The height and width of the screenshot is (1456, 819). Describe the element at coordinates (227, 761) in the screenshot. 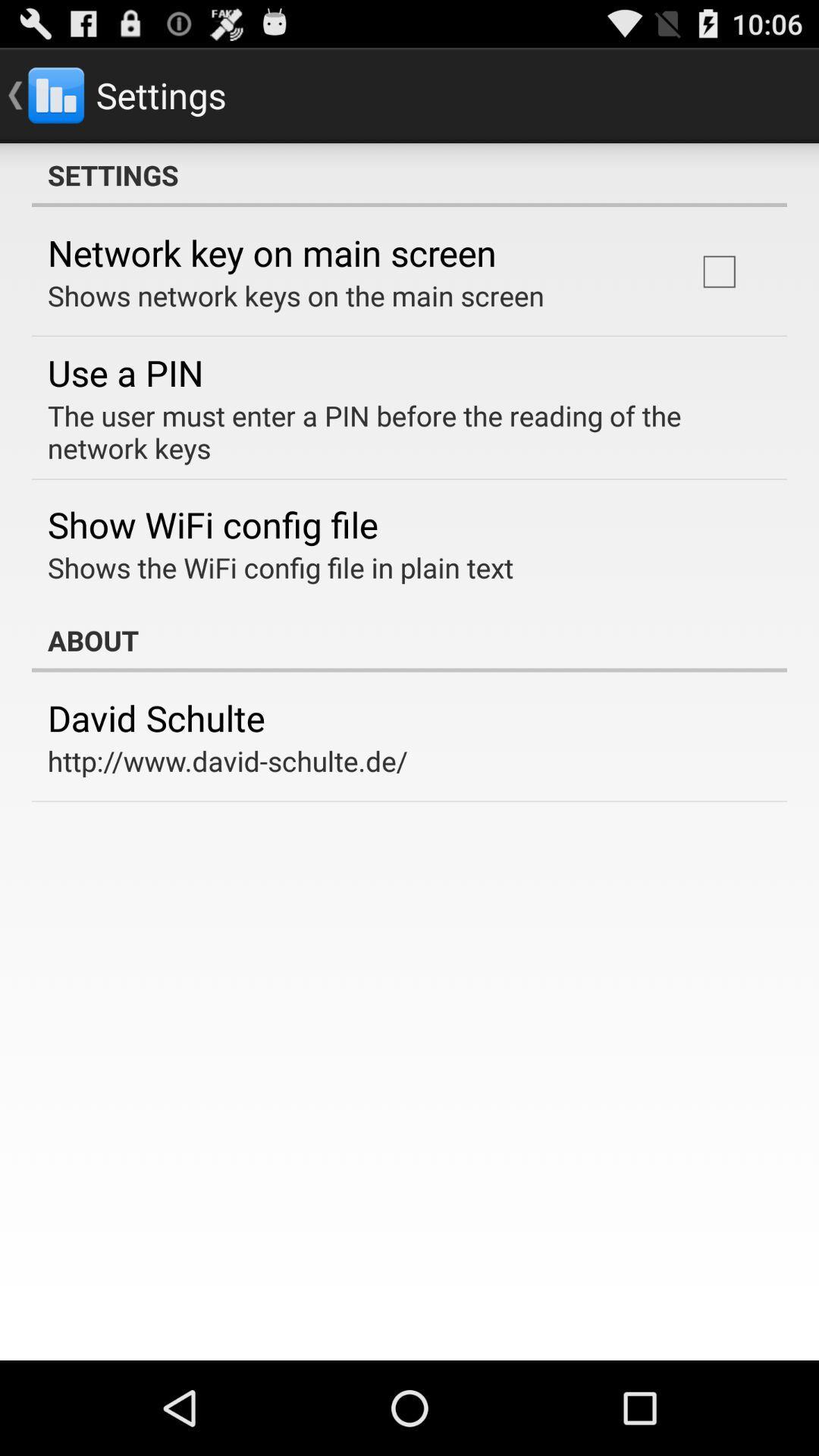

I see `http www david` at that location.